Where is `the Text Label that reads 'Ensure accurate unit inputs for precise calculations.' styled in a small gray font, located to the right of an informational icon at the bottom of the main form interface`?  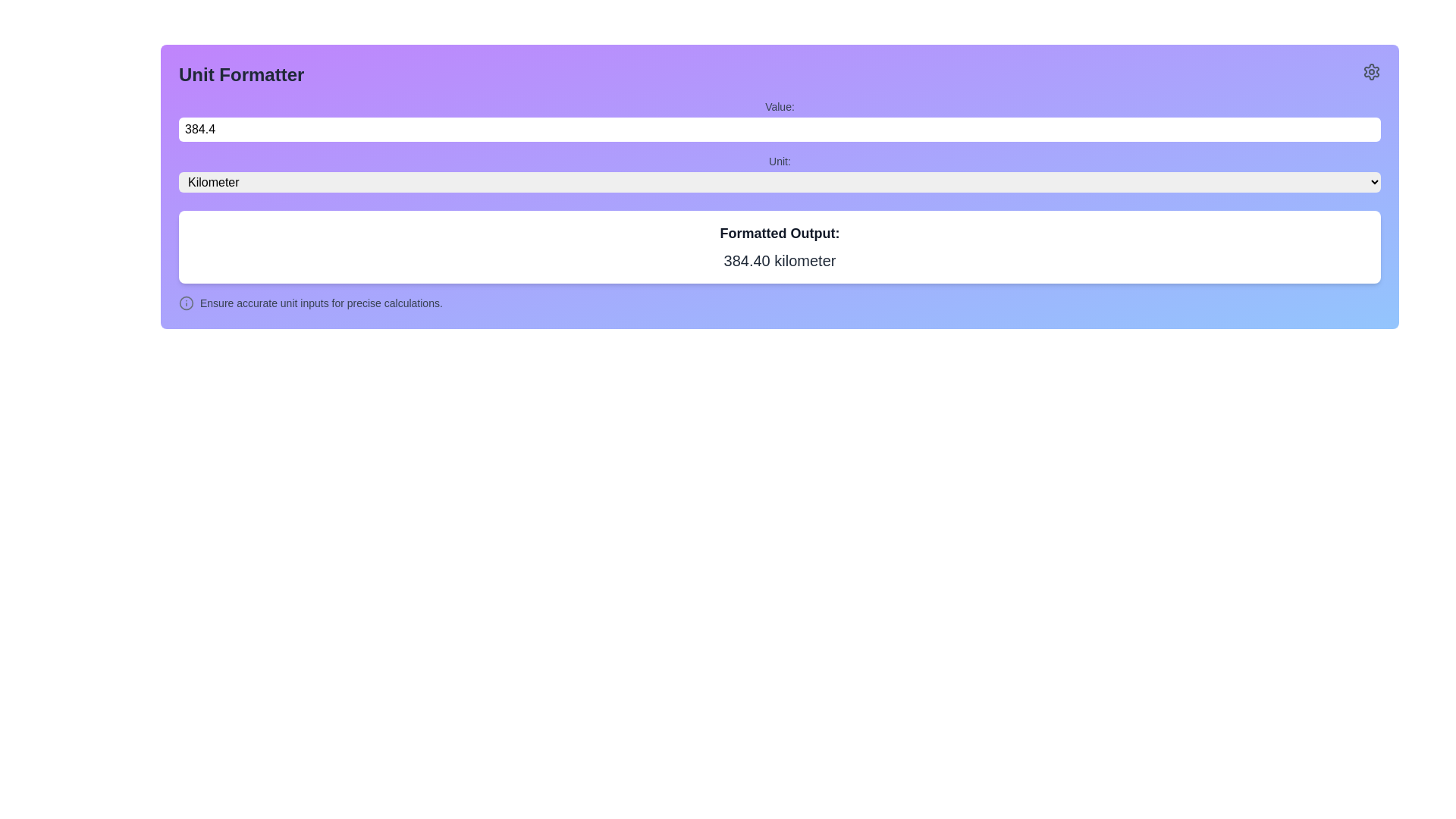
the Text Label that reads 'Ensure accurate unit inputs for precise calculations.' styled in a small gray font, located to the right of an informational icon at the bottom of the main form interface is located at coordinates (320, 303).